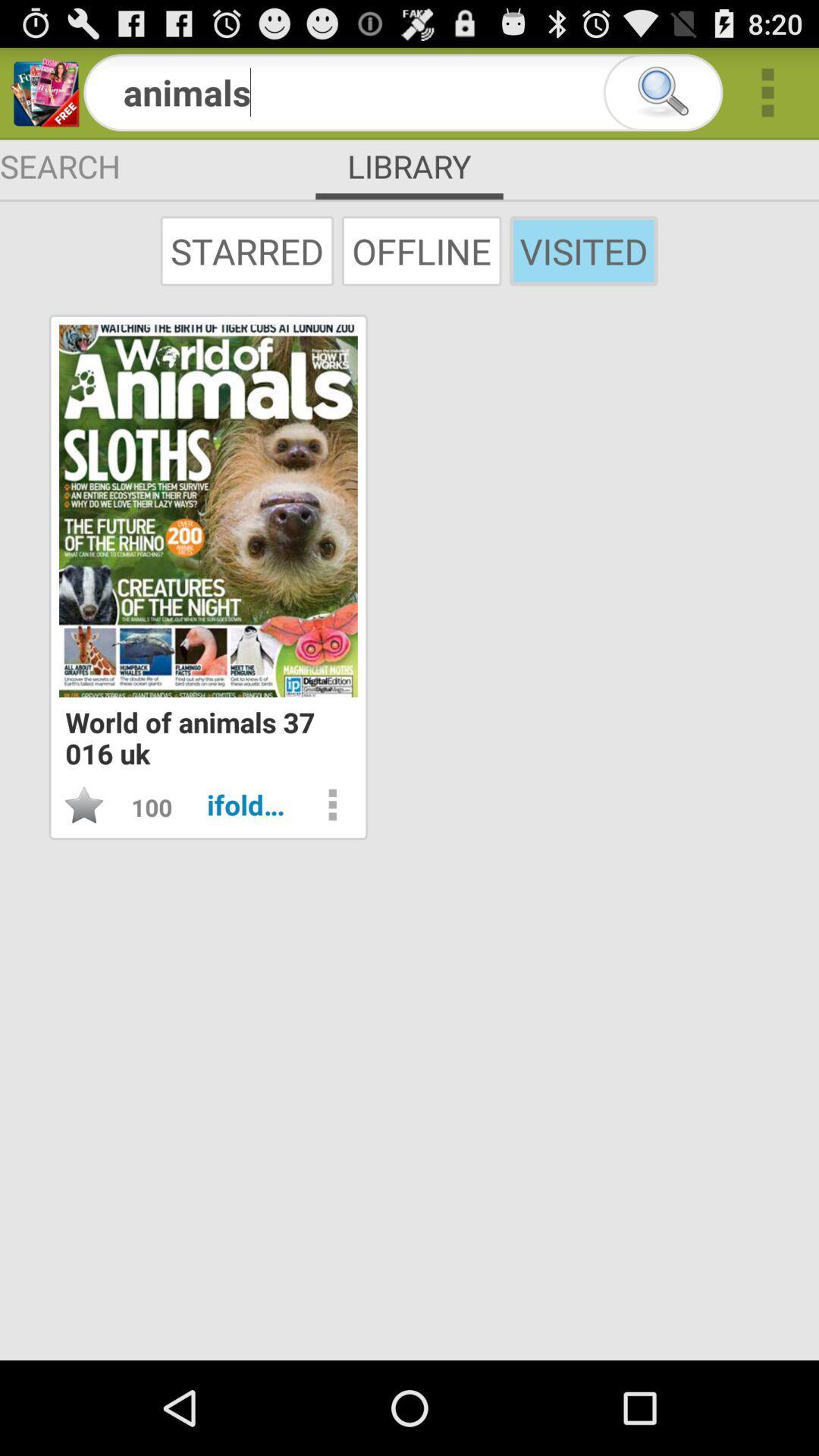 This screenshot has width=819, height=1456. I want to click on the search icon, so click(662, 98).